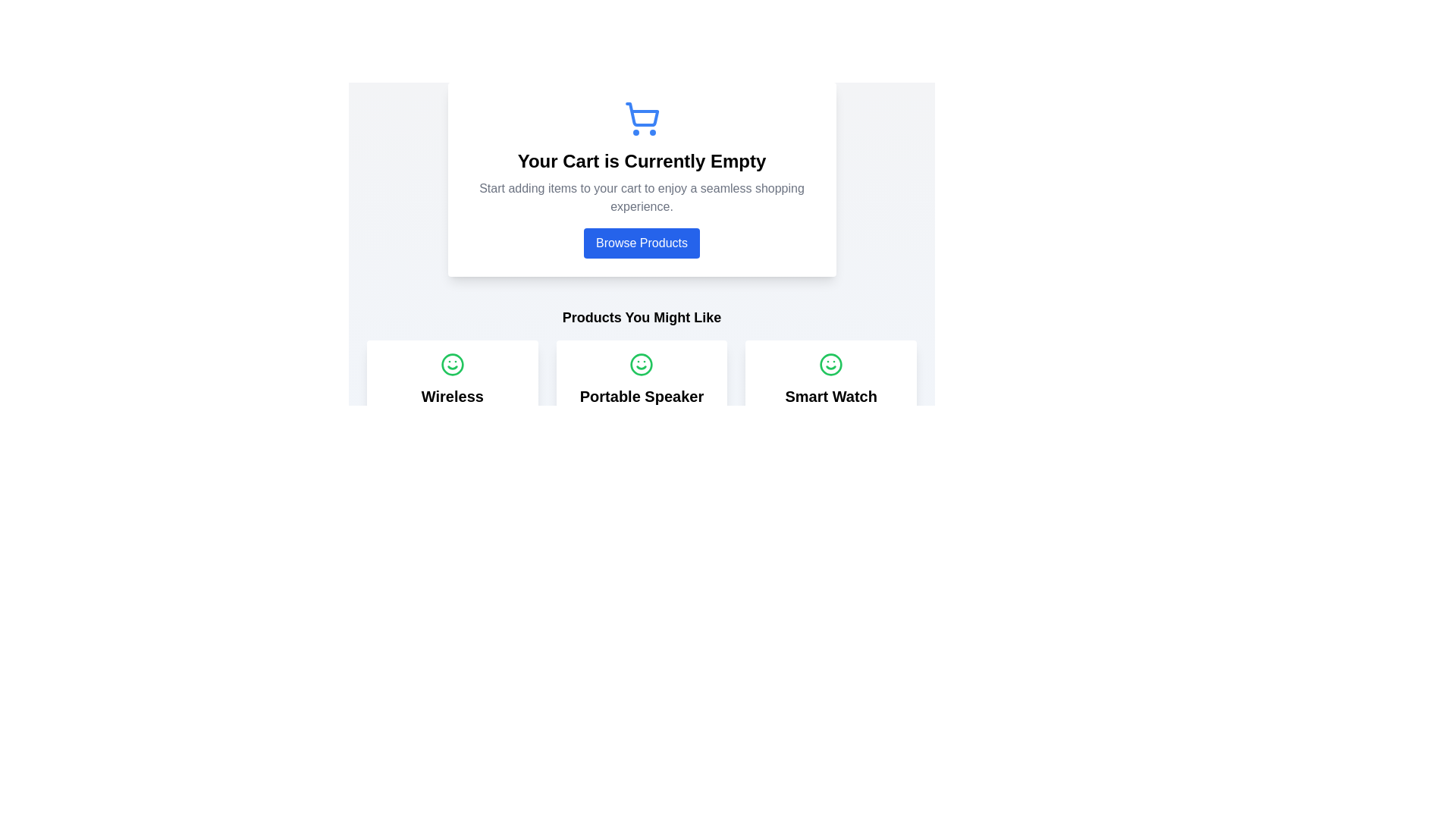 Image resolution: width=1456 pixels, height=819 pixels. Describe the element at coordinates (642, 197) in the screenshot. I see `text label that says 'Start adding items to your cart to enjoy a seamless shopping experience.' positioned beneath the heading 'Your Cart is Currently Empty.'` at that location.